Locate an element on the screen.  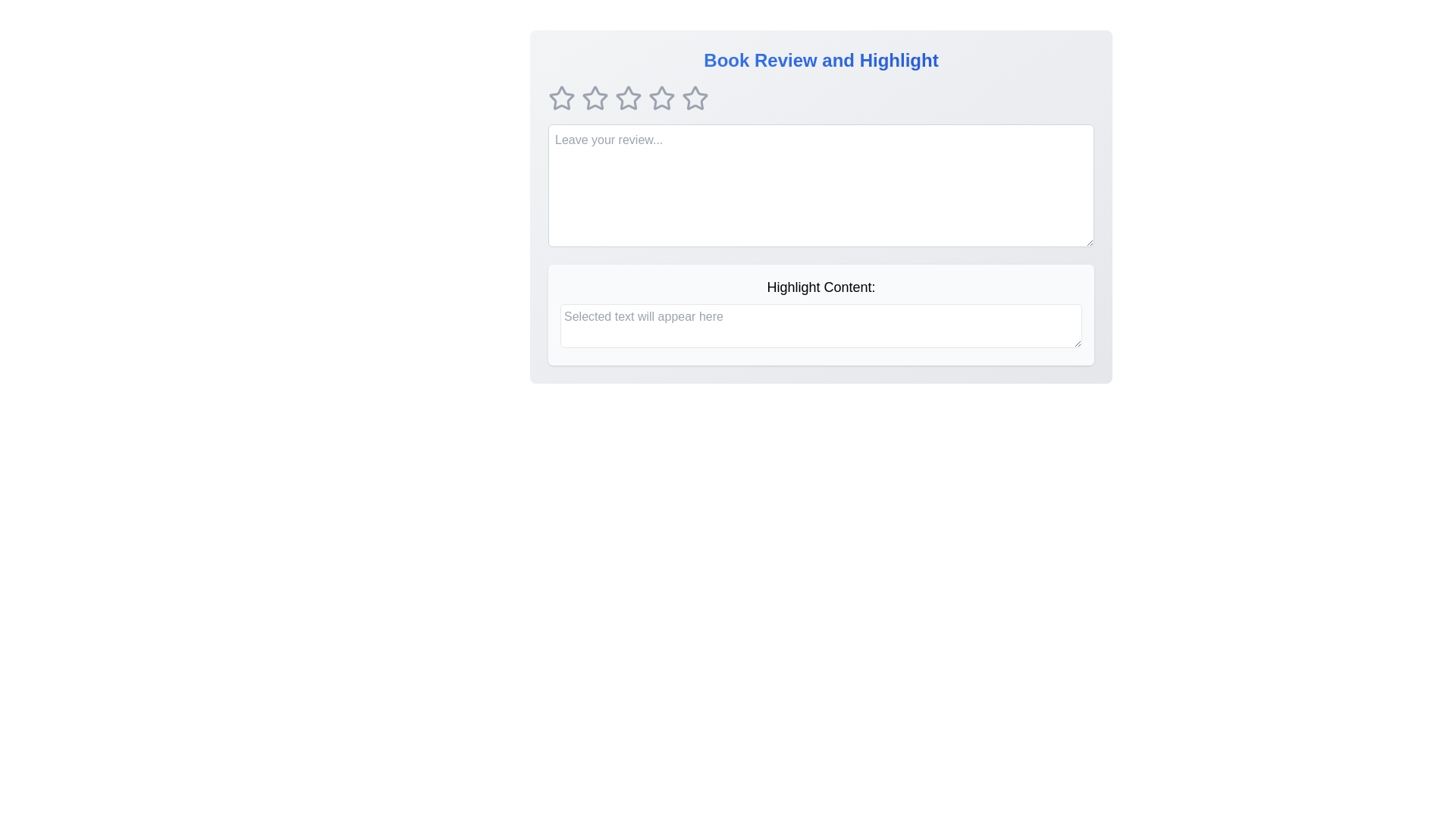
the star rating icon corresponding to 3 stars to preview the rating is located at coordinates (629, 99).